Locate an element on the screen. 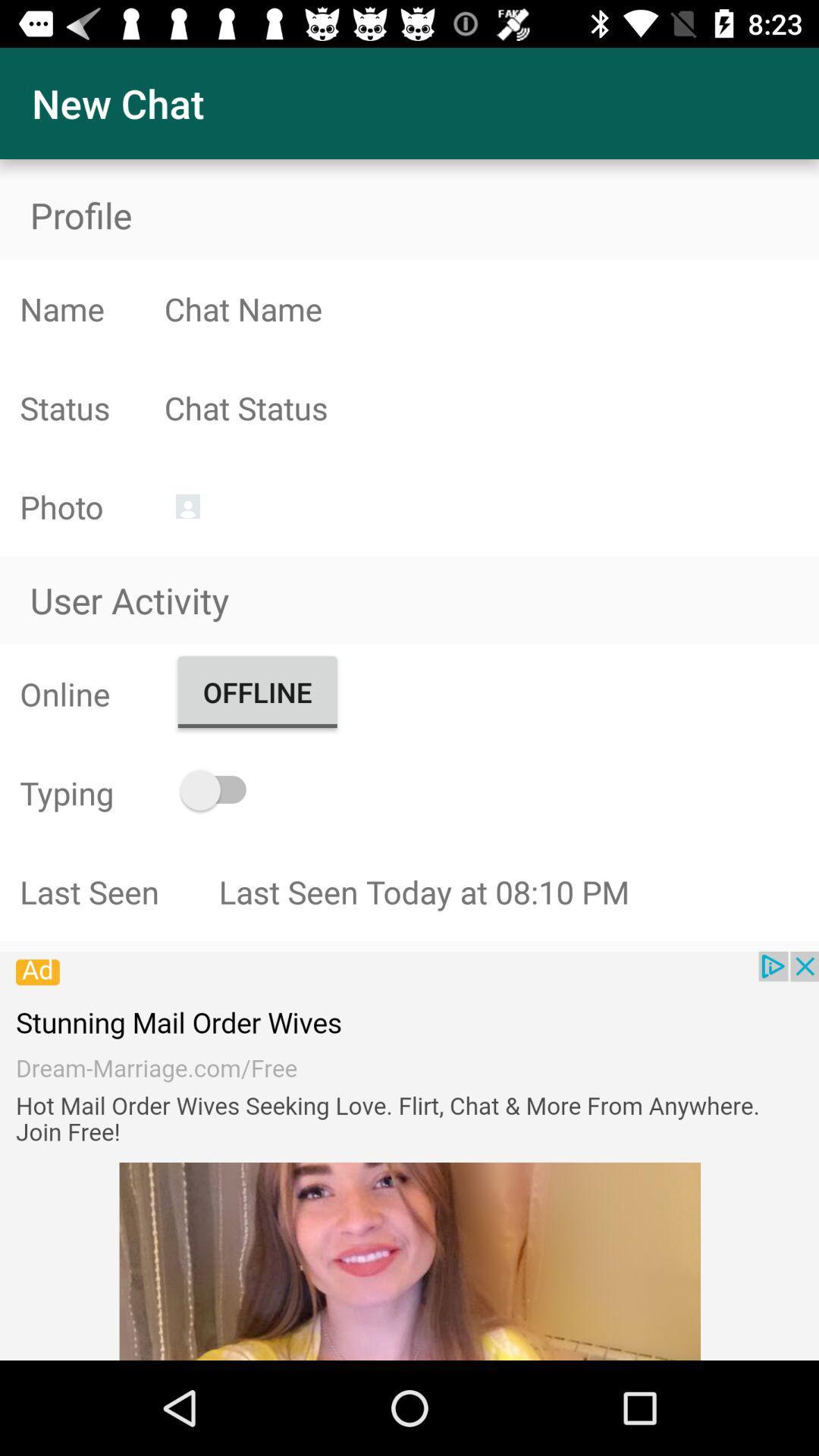 The height and width of the screenshot is (1456, 819). share the article is located at coordinates (409, 1155).